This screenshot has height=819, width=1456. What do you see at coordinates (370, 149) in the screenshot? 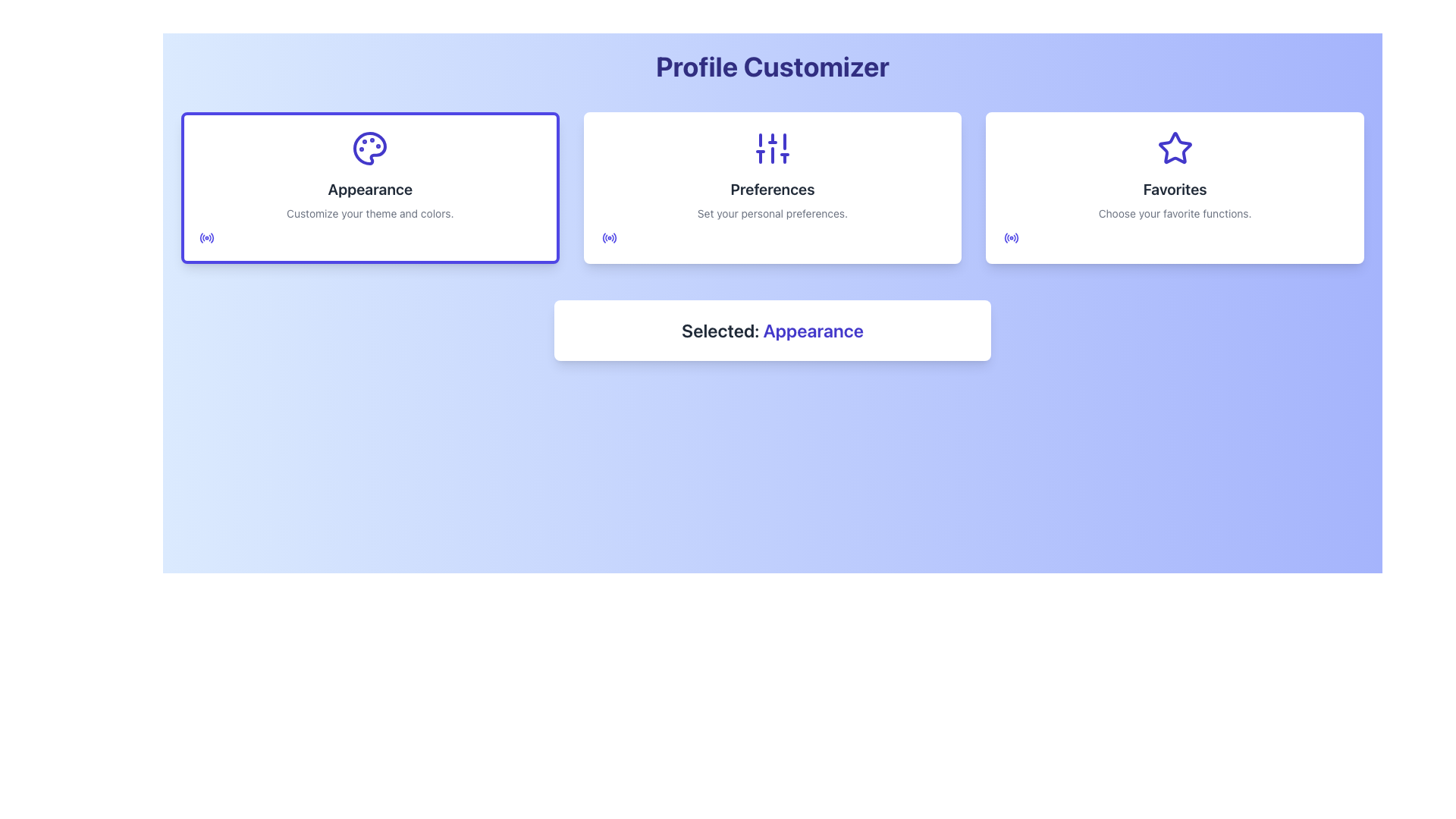
I see `the painter's palette icon, which is indigo with a thumb hole and four paint dabs, located at the top center of the 'Appearance' card` at bounding box center [370, 149].